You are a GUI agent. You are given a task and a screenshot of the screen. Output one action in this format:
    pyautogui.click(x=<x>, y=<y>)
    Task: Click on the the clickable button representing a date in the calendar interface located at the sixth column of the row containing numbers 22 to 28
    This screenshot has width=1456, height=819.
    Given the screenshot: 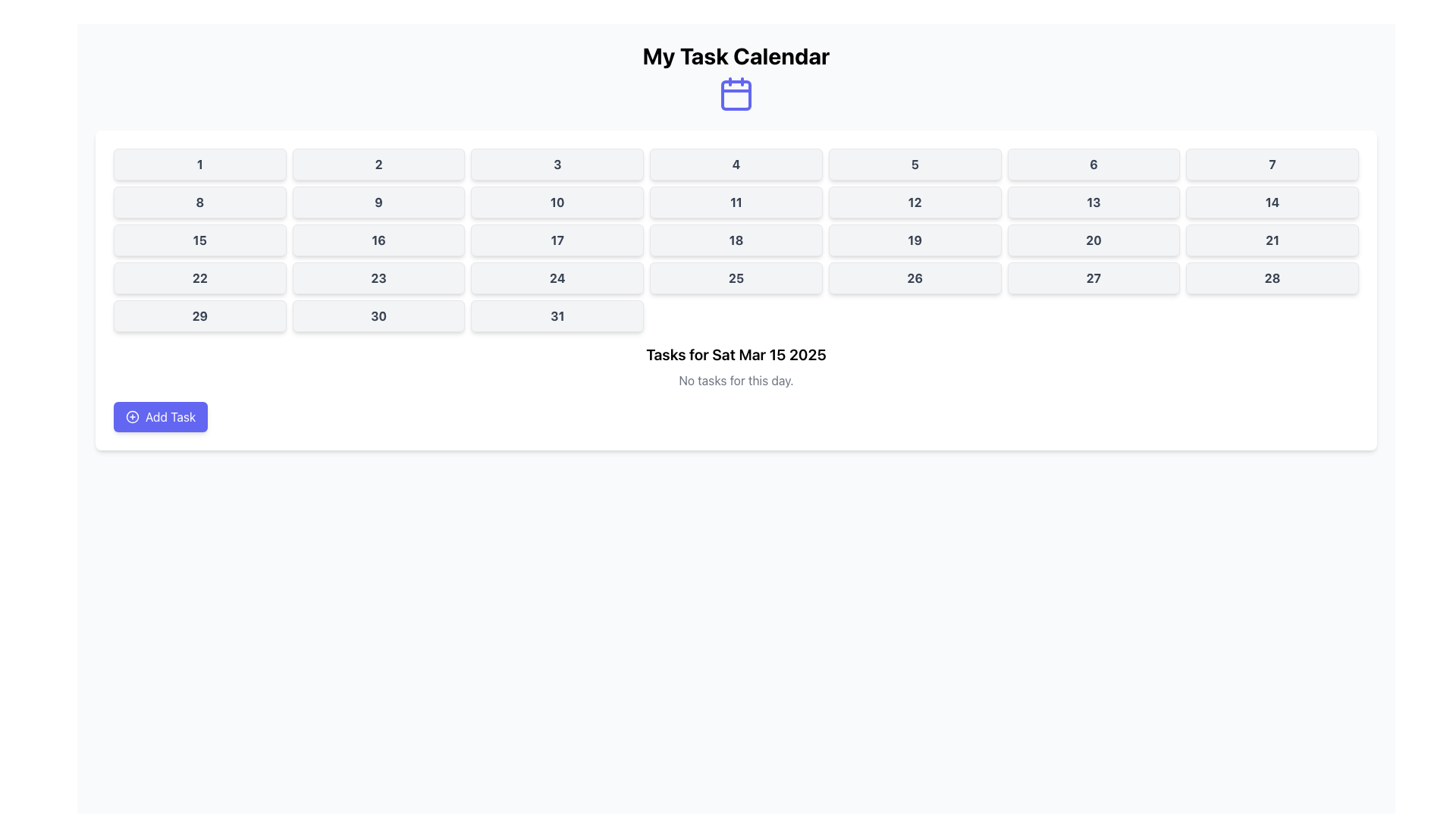 What is the action you would take?
    pyautogui.click(x=914, y=278)
    